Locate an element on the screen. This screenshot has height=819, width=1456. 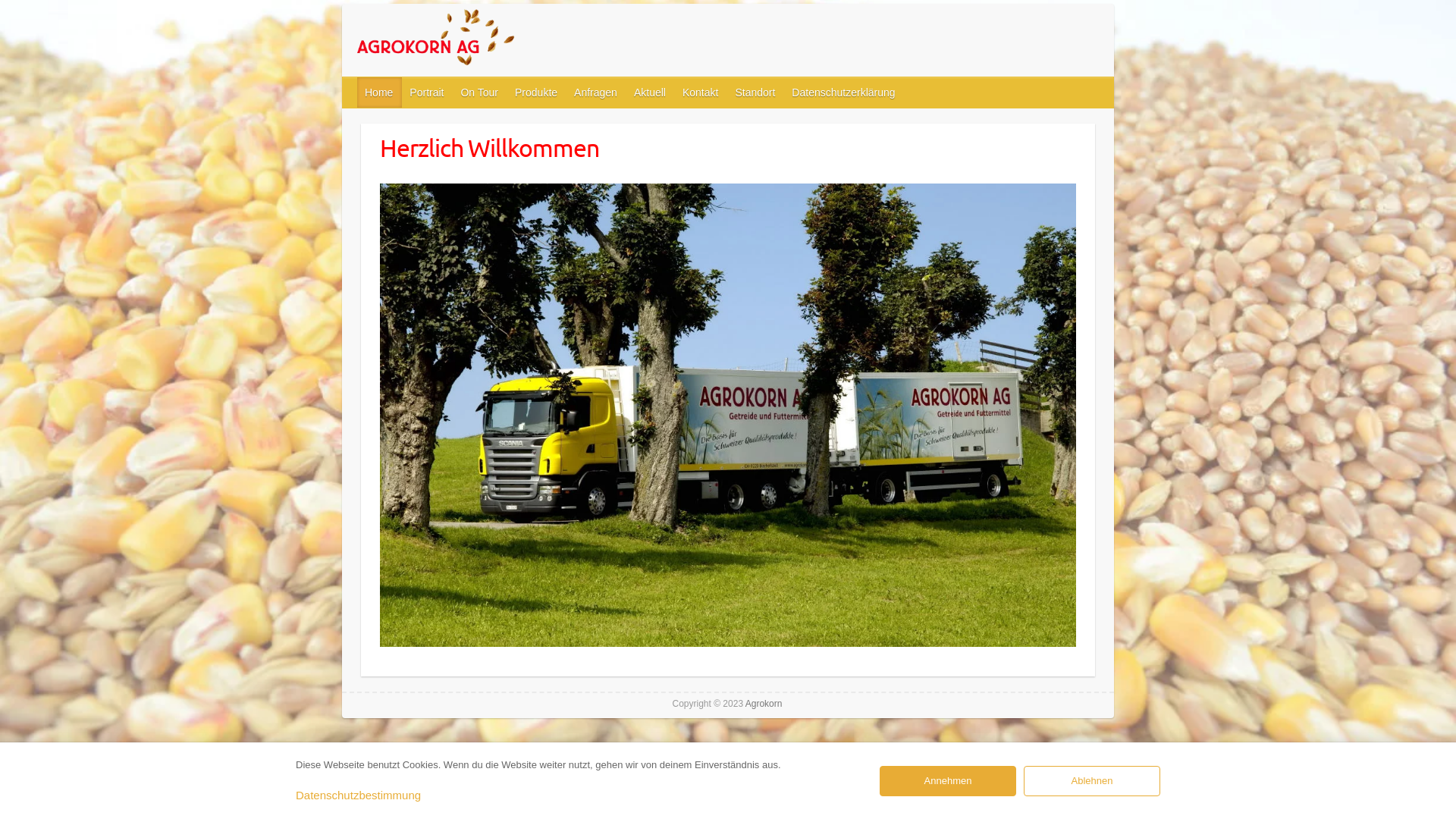
'Kontakt' is located at coordinates (700, 93).